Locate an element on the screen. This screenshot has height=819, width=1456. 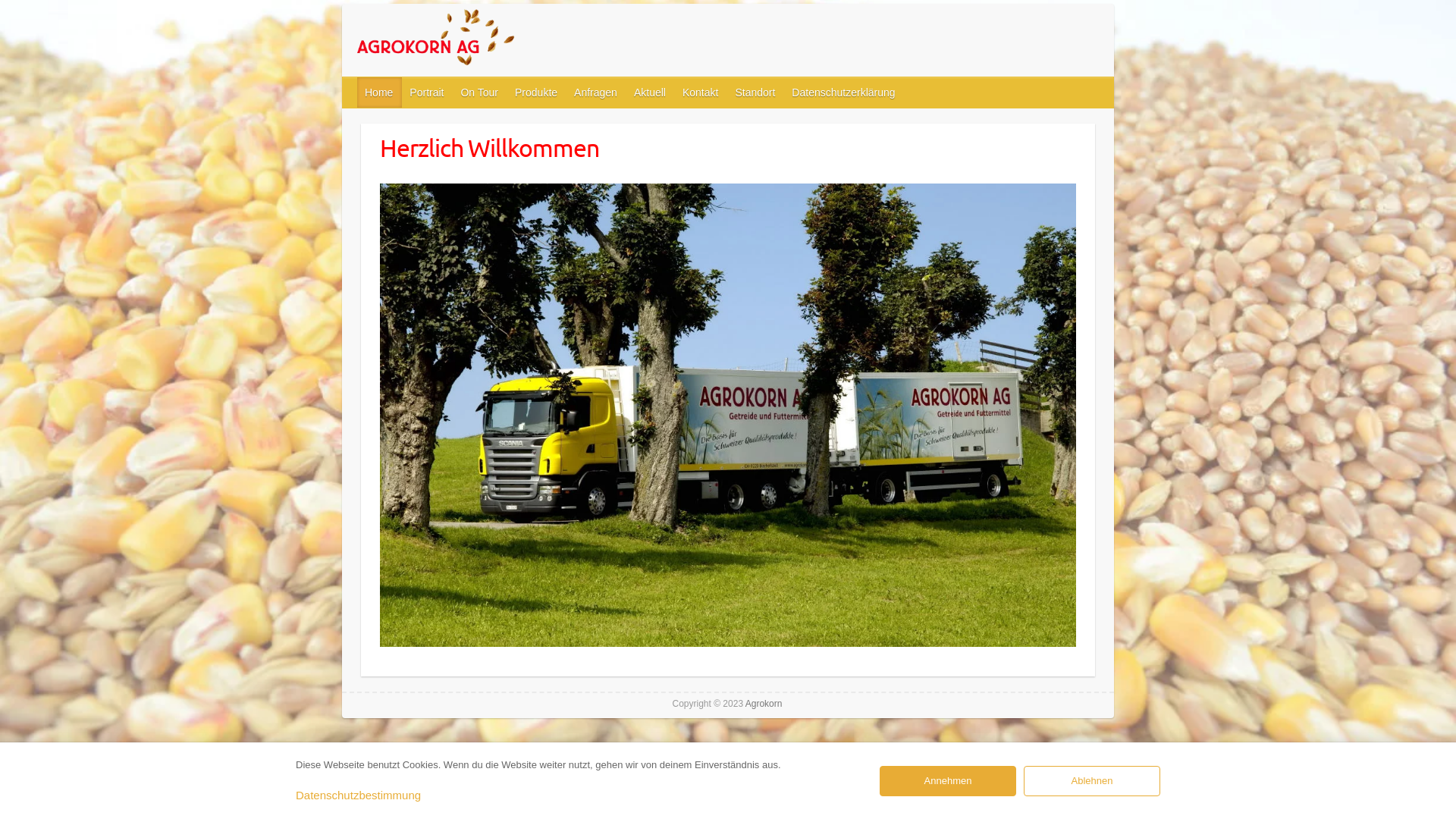
'Kontakt' is located at coordinates (700, 93).